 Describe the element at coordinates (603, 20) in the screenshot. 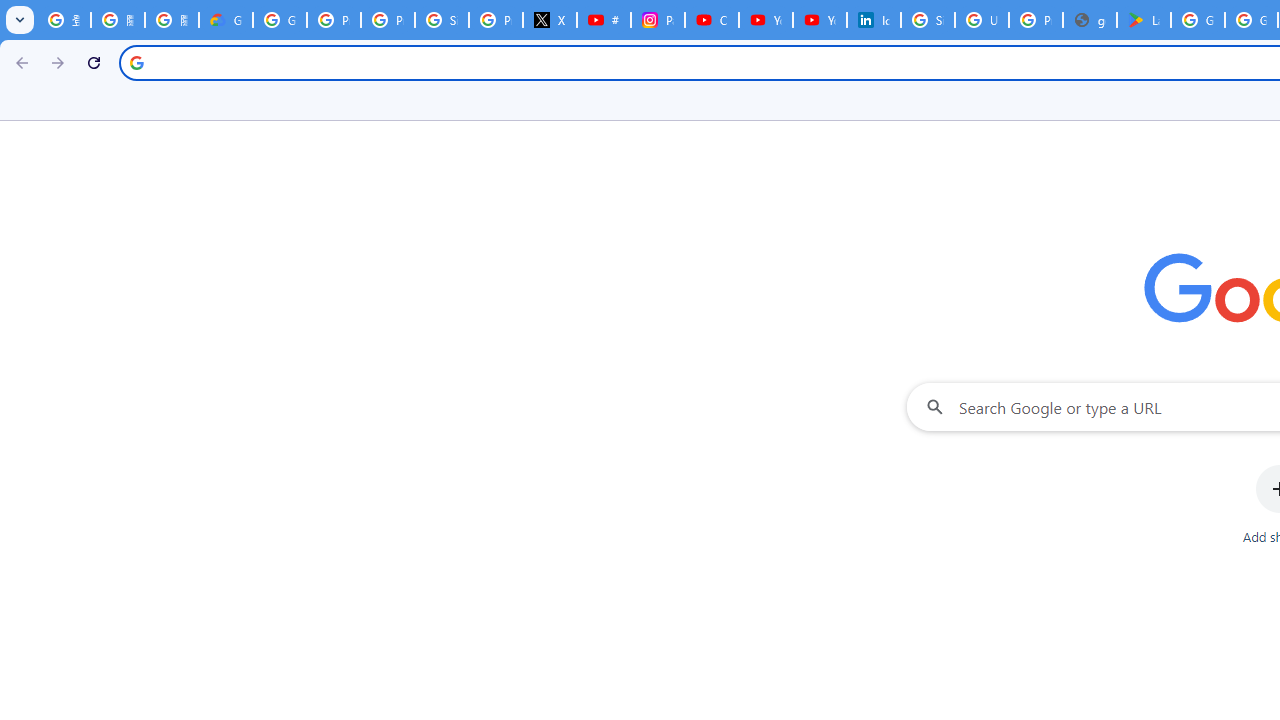

I see `'#nbabasketballhighlights - YouTube'` at that location.